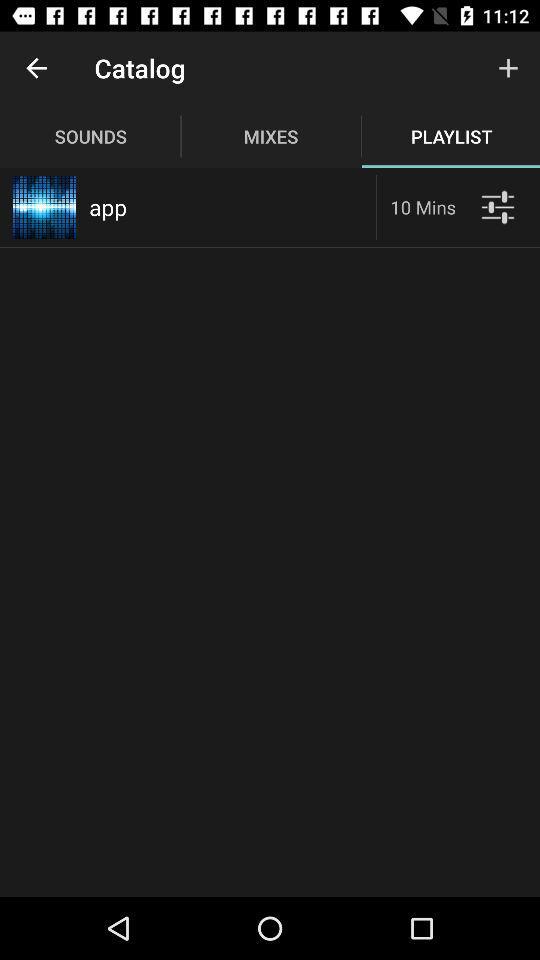 Image resolution: width=540 pixels, height=960 pixels. Describe the element at coordinates (496, 207) in the screenshot. I see `show noise options` at that location.